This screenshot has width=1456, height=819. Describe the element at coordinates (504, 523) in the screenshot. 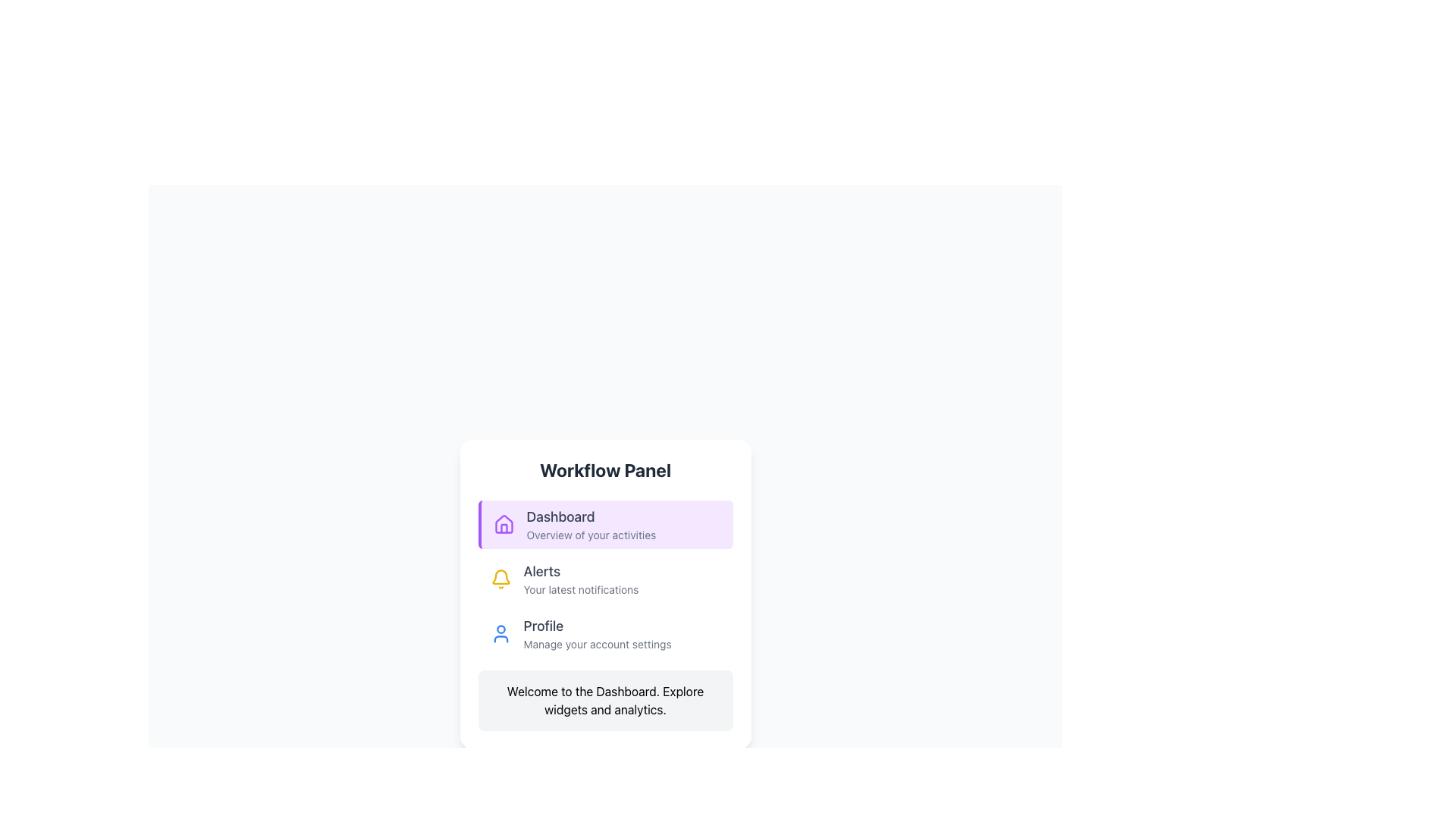

I see `the purple house icon in the navigation menu representing the 'Dashboard' section within the 'Workflow Panel'` at that location.